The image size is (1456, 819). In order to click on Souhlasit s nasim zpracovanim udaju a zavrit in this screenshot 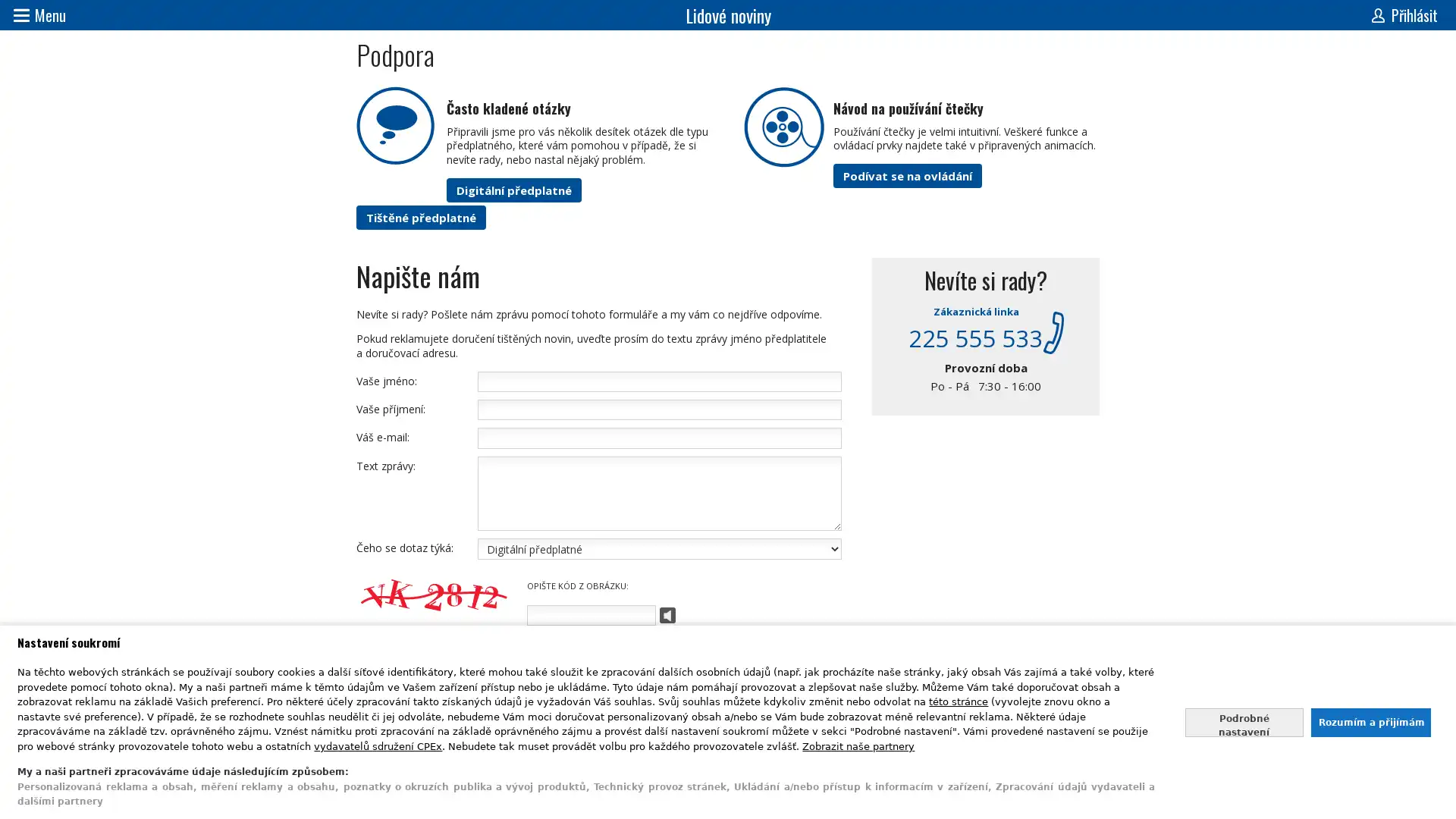, I will do `click(1370, 721)`.